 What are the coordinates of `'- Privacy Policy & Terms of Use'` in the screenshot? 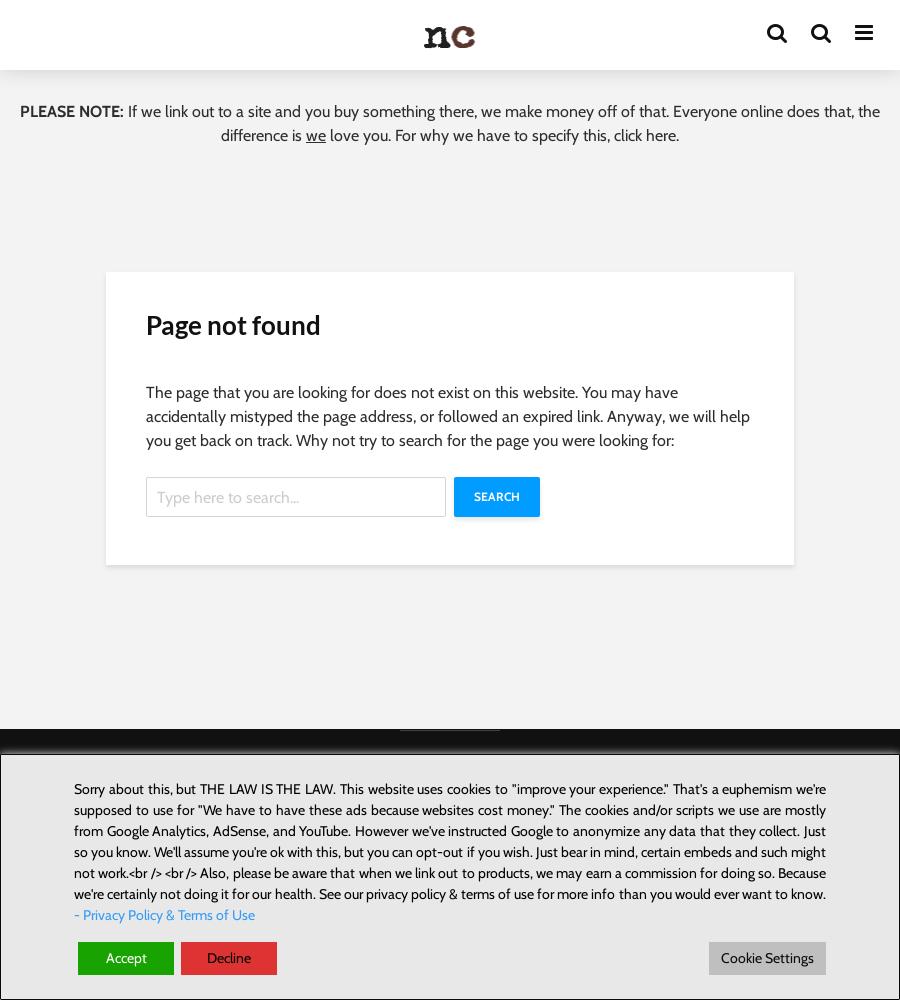 It's located at (164, 915).